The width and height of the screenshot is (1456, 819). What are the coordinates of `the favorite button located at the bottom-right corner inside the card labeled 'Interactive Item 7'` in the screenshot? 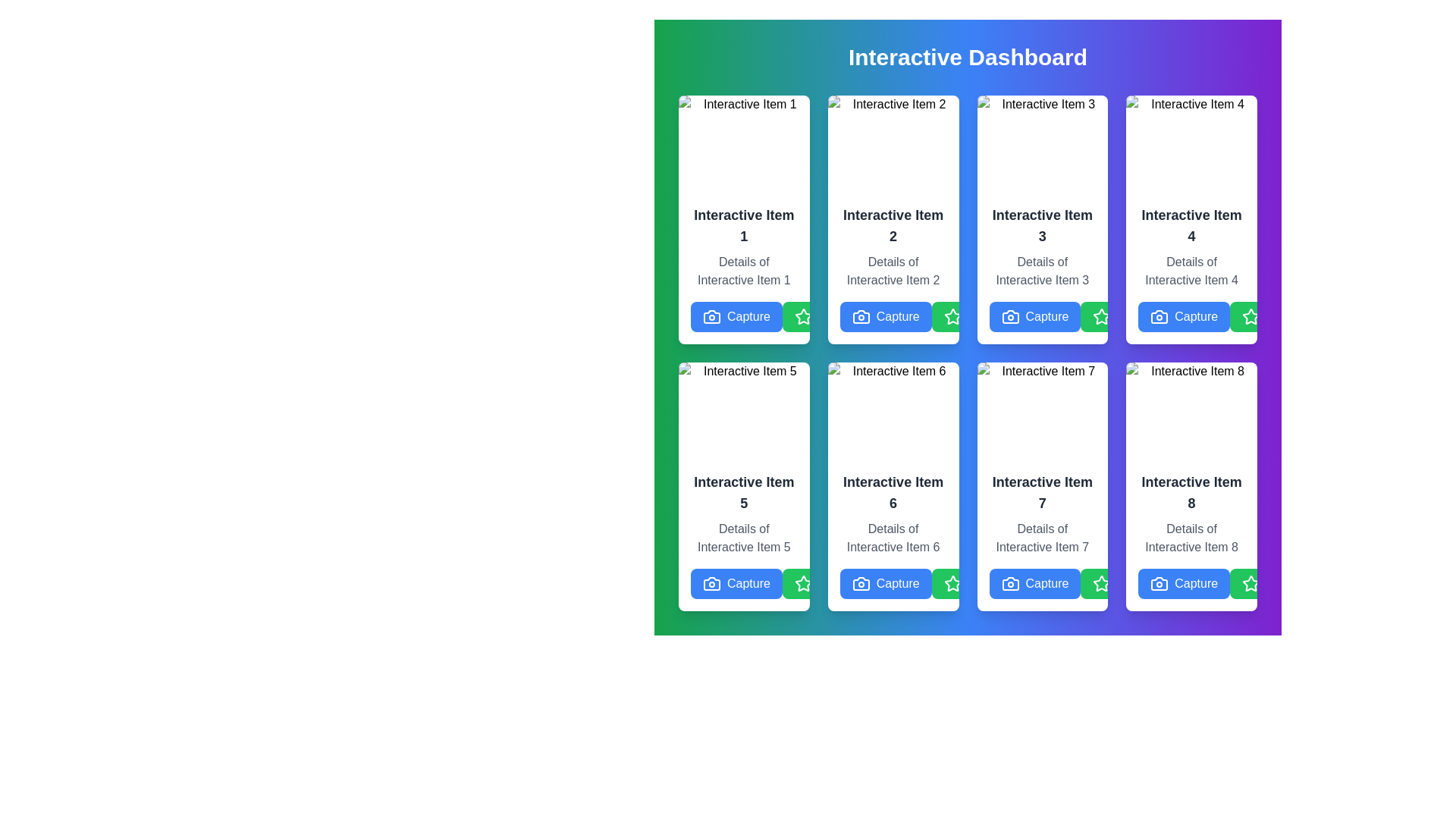 It's located at (1102, 582).